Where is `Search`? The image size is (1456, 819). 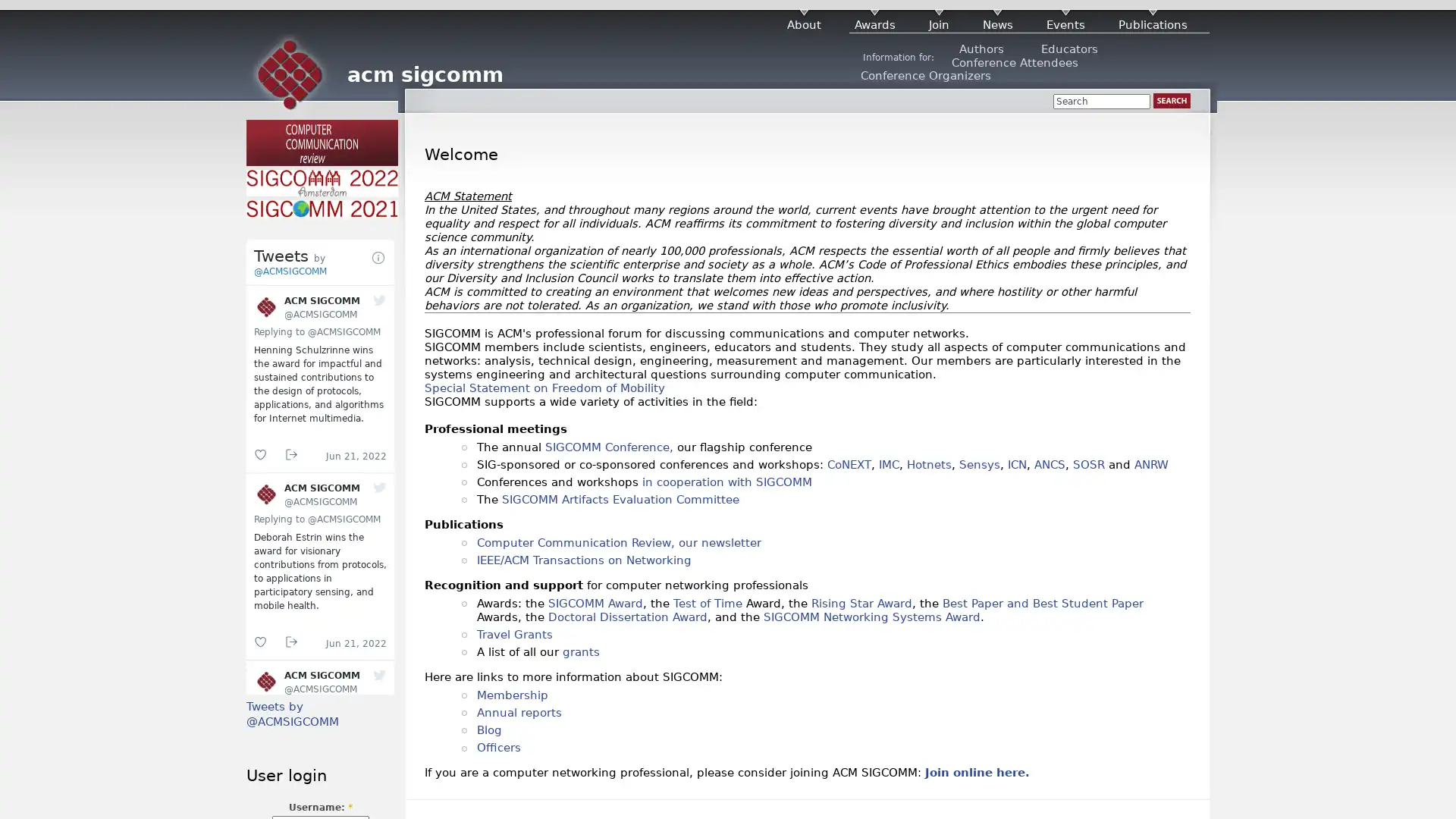 Search is located at coordinates (1171, 99).